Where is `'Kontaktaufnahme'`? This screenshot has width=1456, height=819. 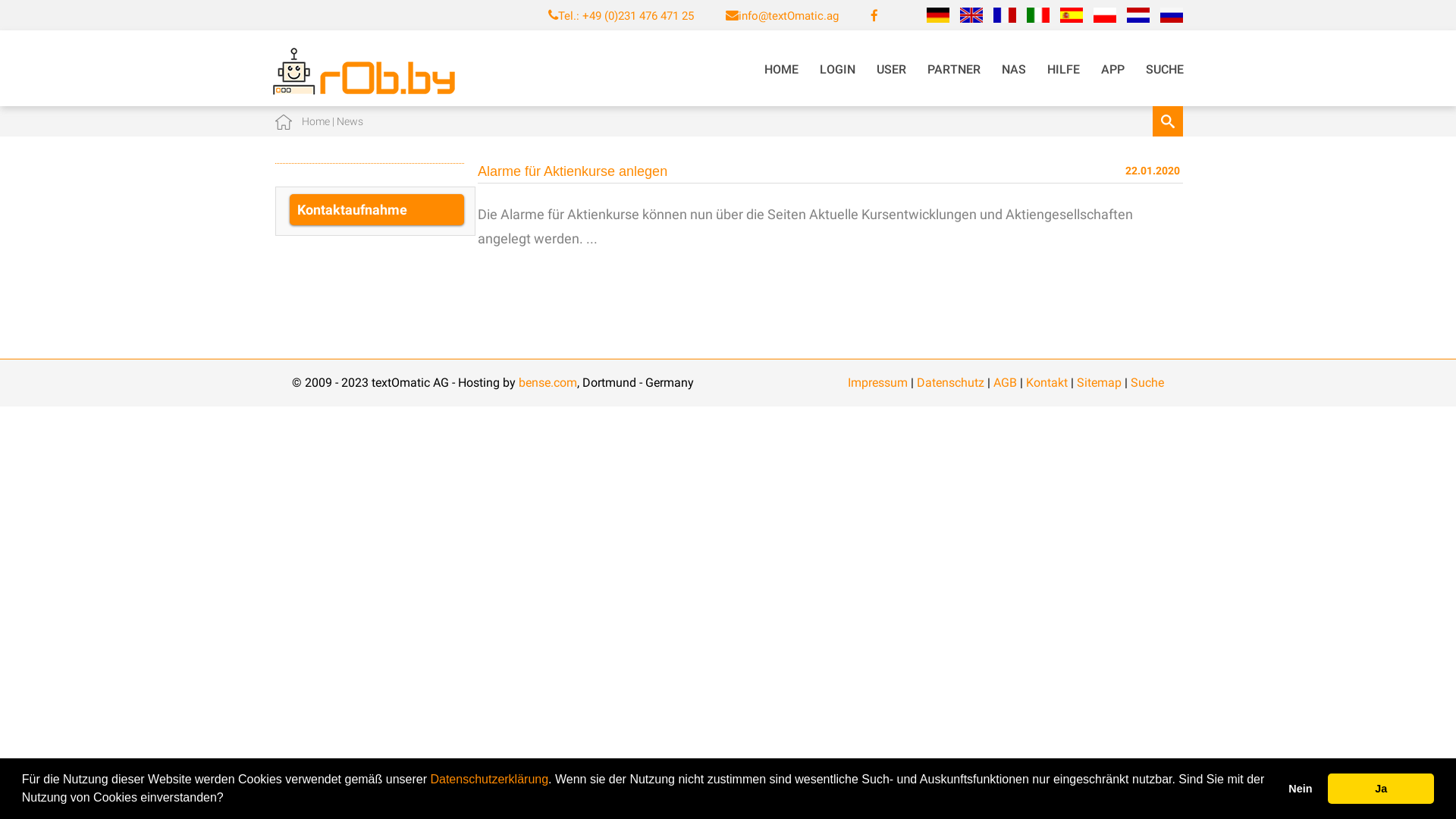 'Kontaktaufnahme' is located at coordinates (377, 209).